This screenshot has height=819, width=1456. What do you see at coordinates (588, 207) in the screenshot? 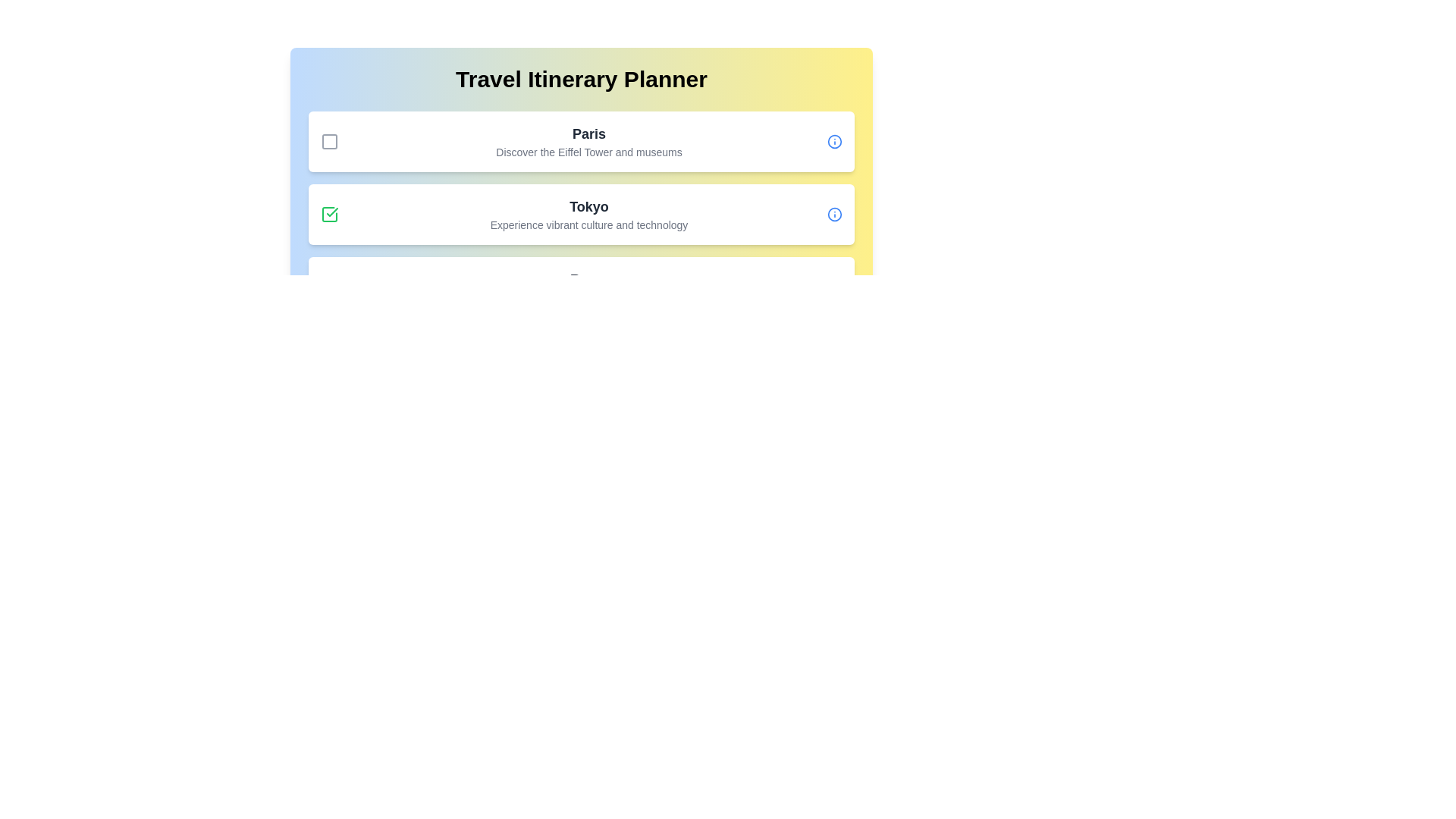
I see `the Text label indicating a destination in a travel itinerary, positioned below 'Paris' and above the subtext of Tokyo` at bounding box center [588, 207].